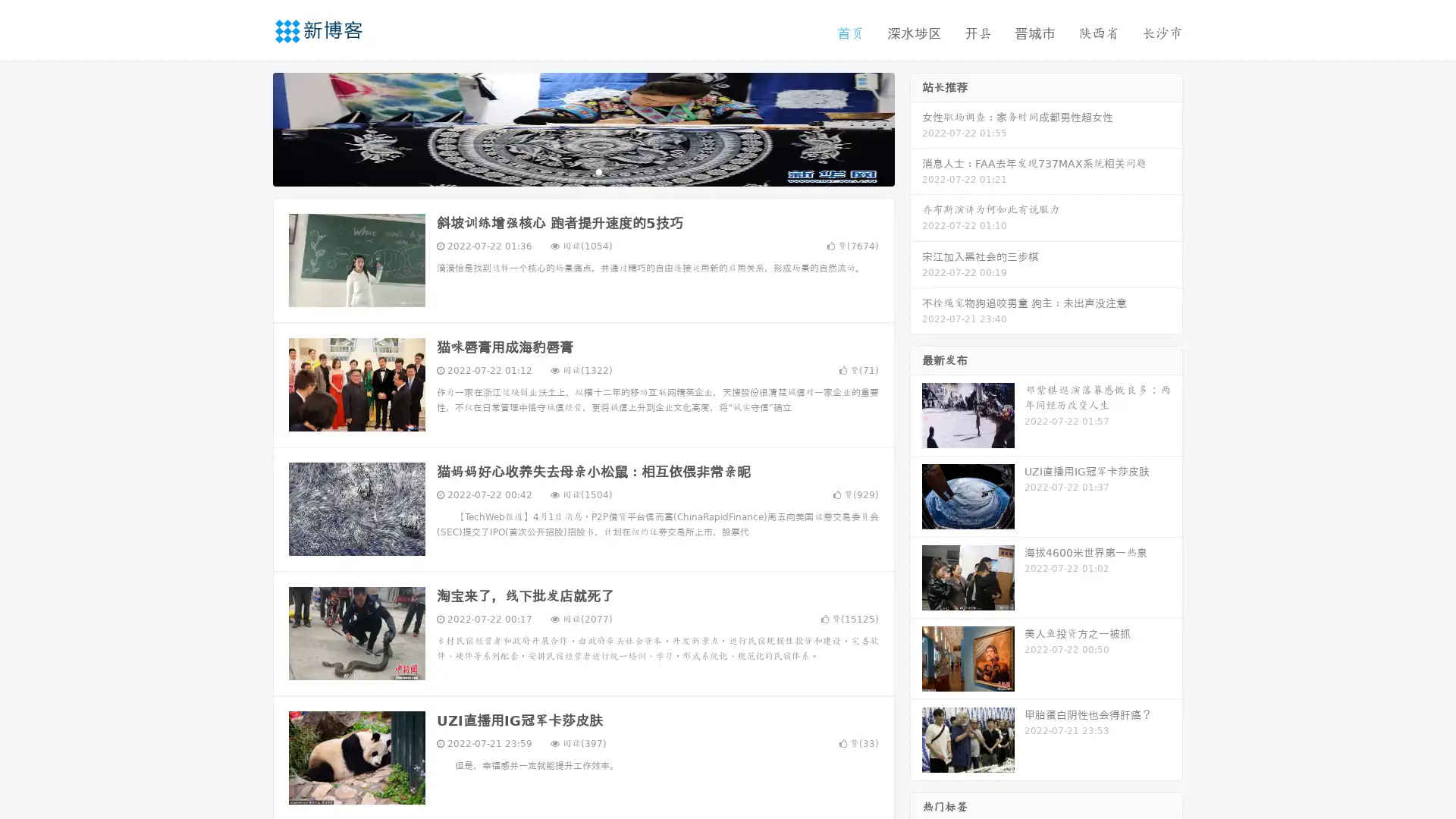 The image size is (1456, 819). Describe the element at coordinates (582, 171) in the screenshot. I see `Go to slide 2` at that location.